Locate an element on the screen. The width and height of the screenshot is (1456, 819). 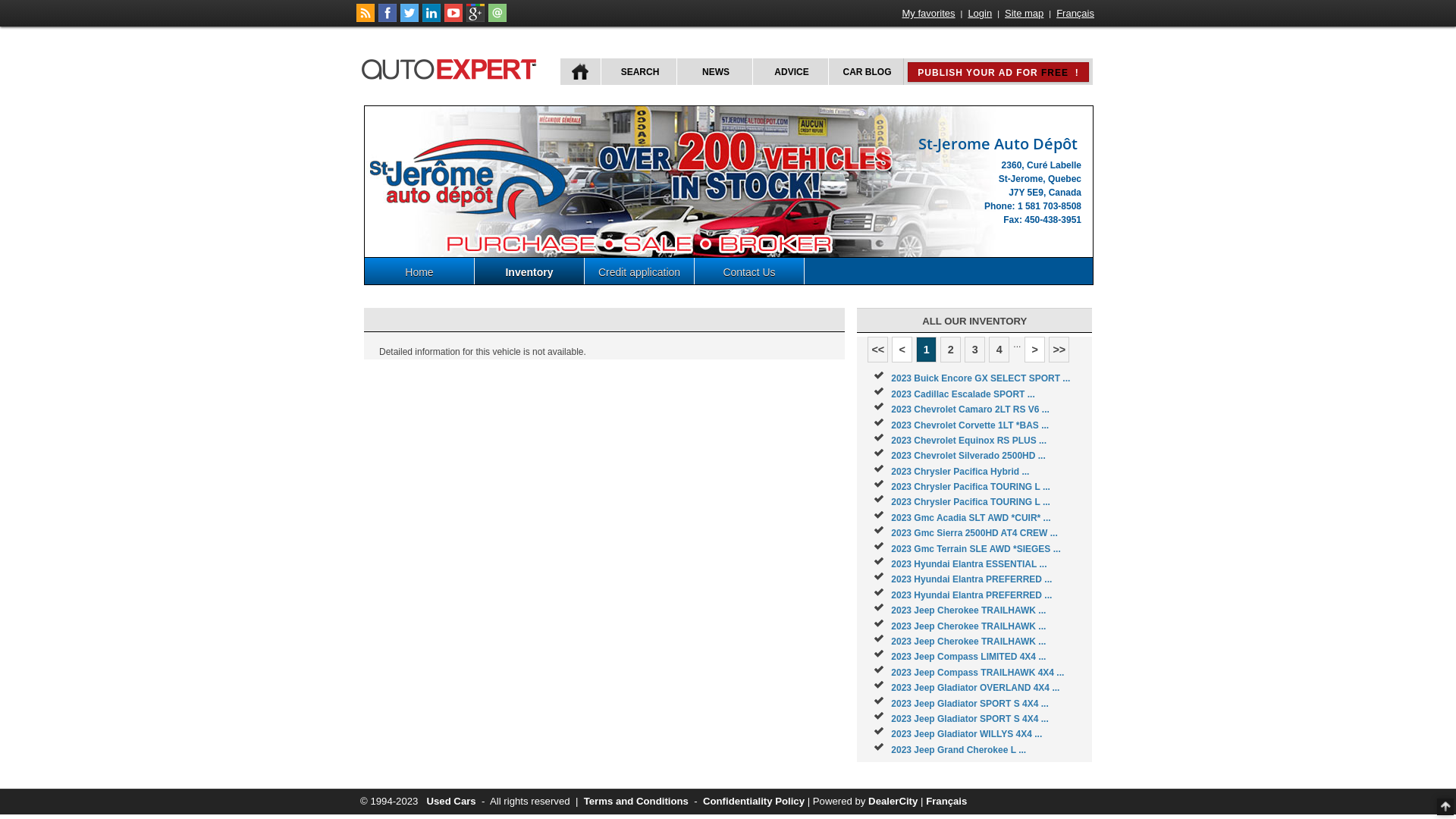
'ADVICE' is located at coordinates (789, 71).